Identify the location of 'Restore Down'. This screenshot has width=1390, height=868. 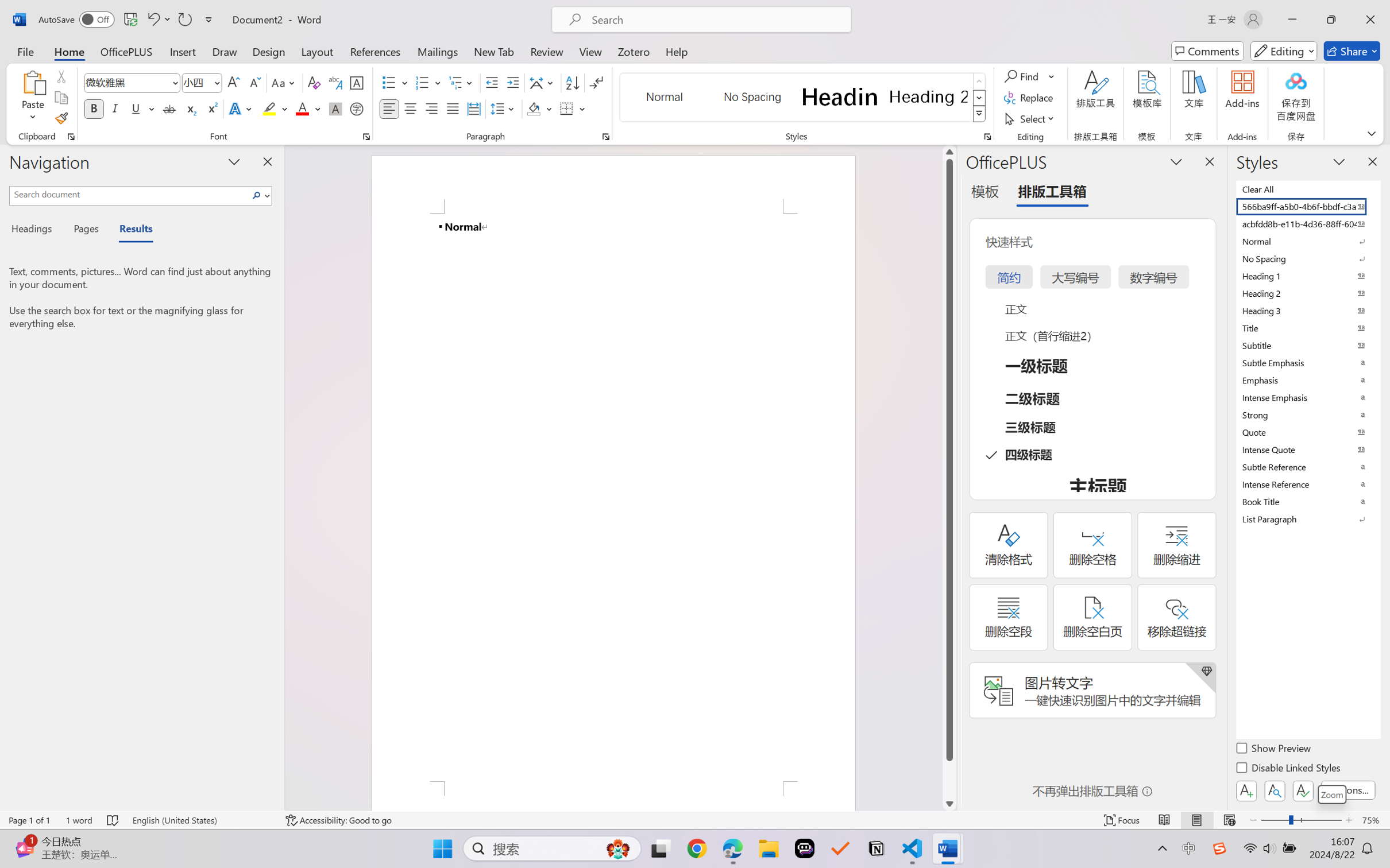
(1331, 19).